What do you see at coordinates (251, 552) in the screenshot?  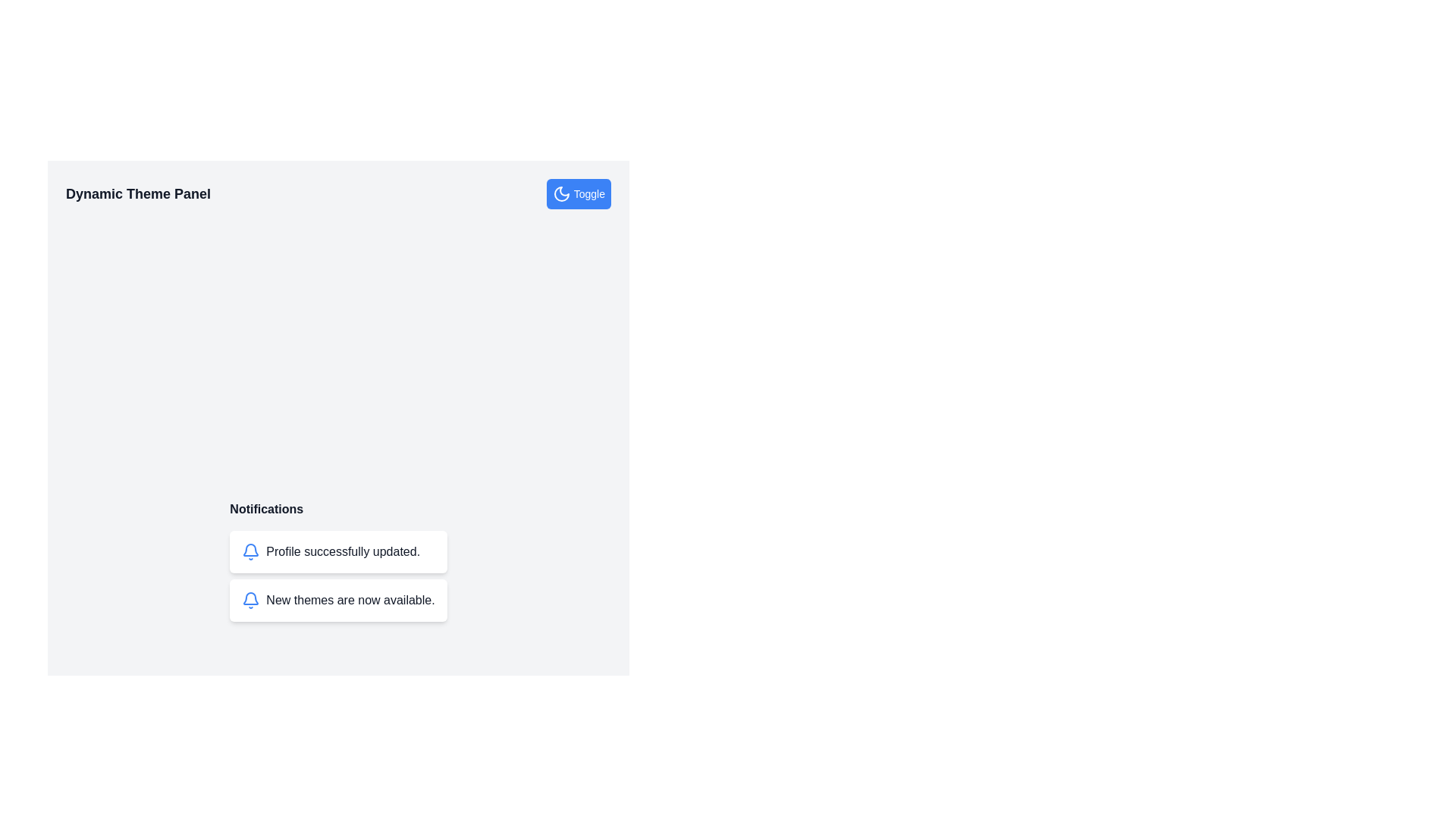 I see `the blue bell icon representing notifications, located in the 'Profile successfully updated.' notification card, to the left of the text area` at bounding box center [251, 552].